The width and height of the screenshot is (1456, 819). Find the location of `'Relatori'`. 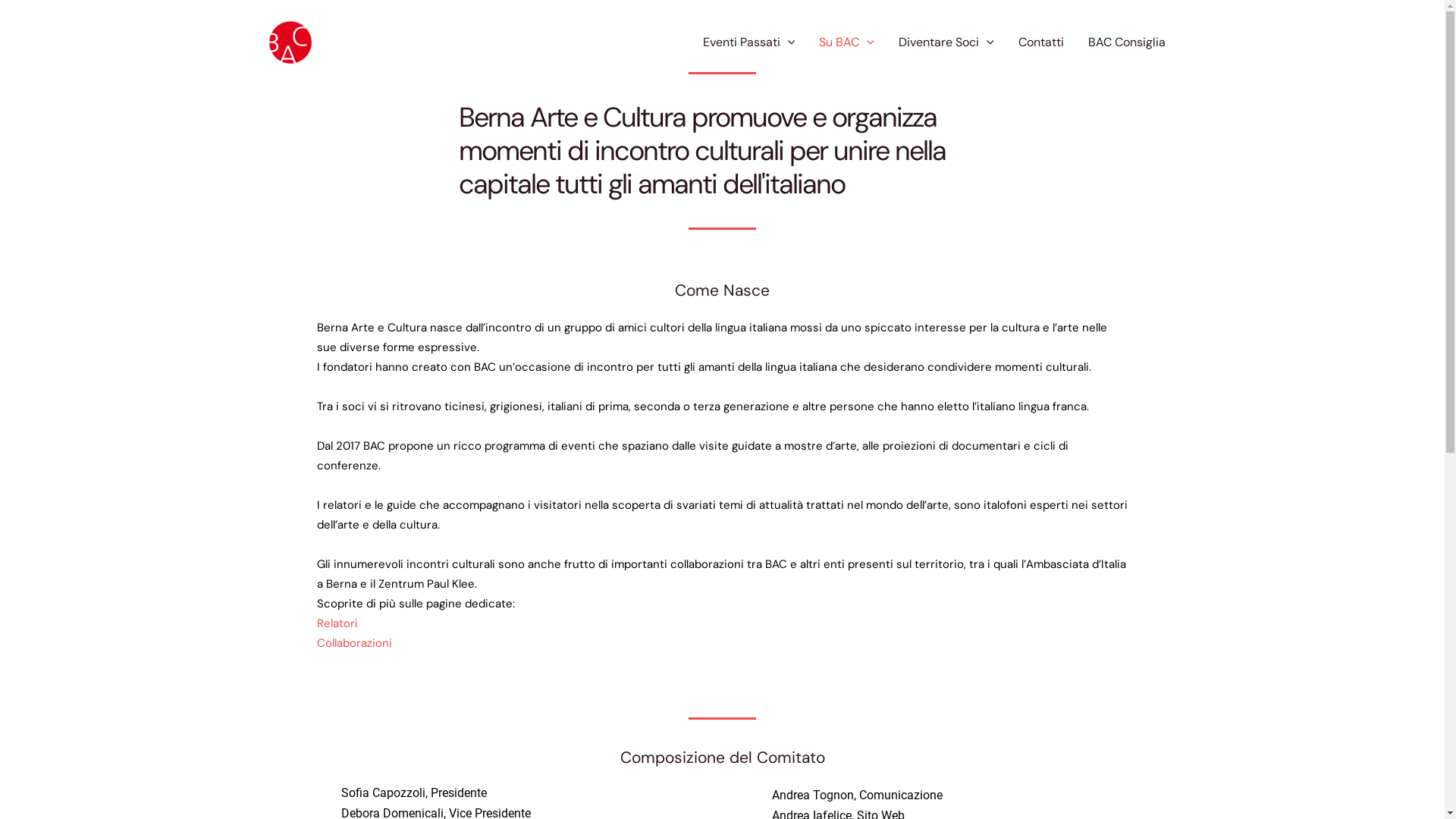

'Relatori' is located at coordinates (337, 623).